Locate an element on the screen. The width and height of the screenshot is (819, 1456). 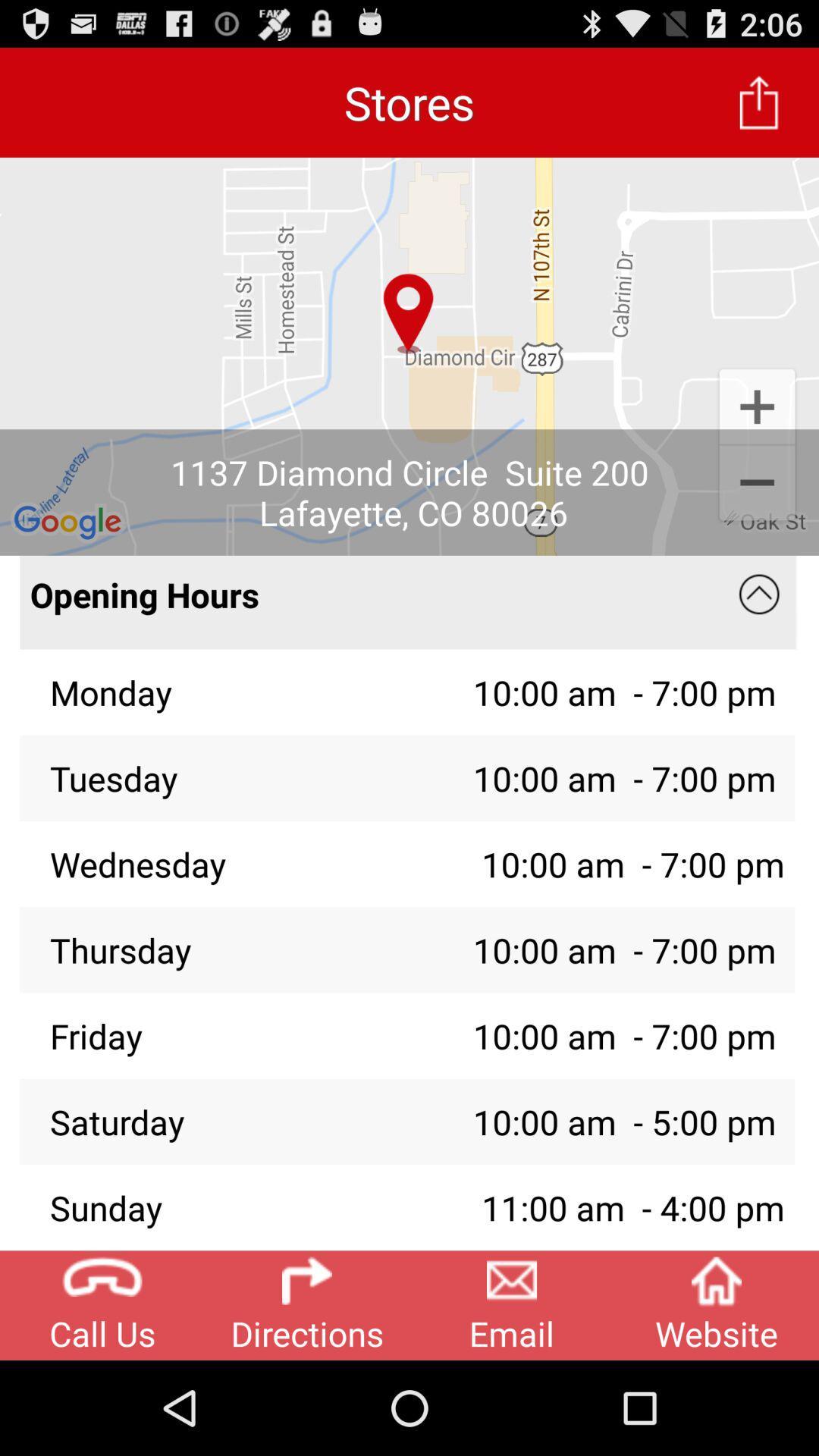
item below 11 00 am icon is located at coordinates (717, 1304).